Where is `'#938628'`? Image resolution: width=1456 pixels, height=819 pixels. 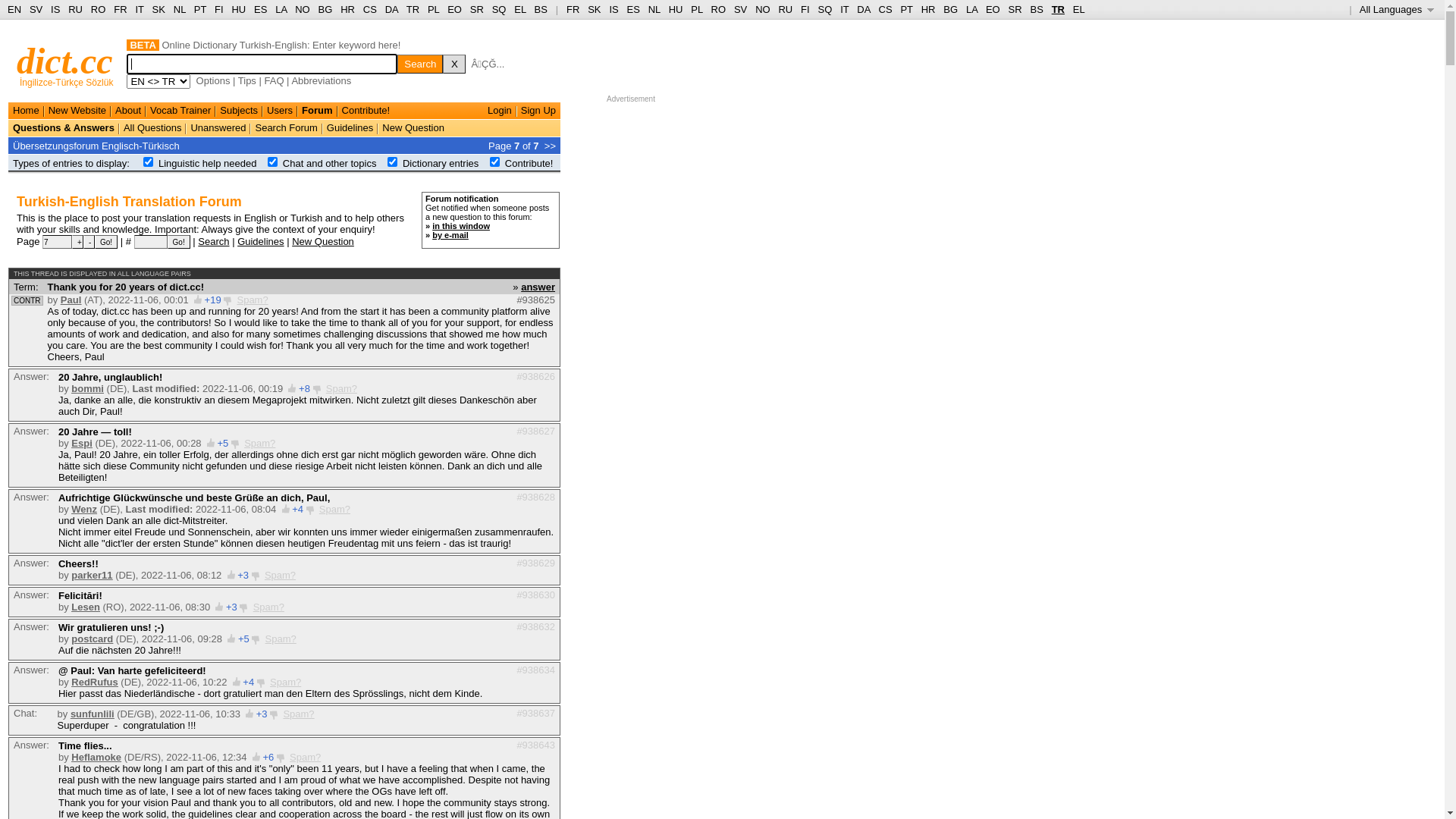
'#938628' is located at coordinates (516, 497).